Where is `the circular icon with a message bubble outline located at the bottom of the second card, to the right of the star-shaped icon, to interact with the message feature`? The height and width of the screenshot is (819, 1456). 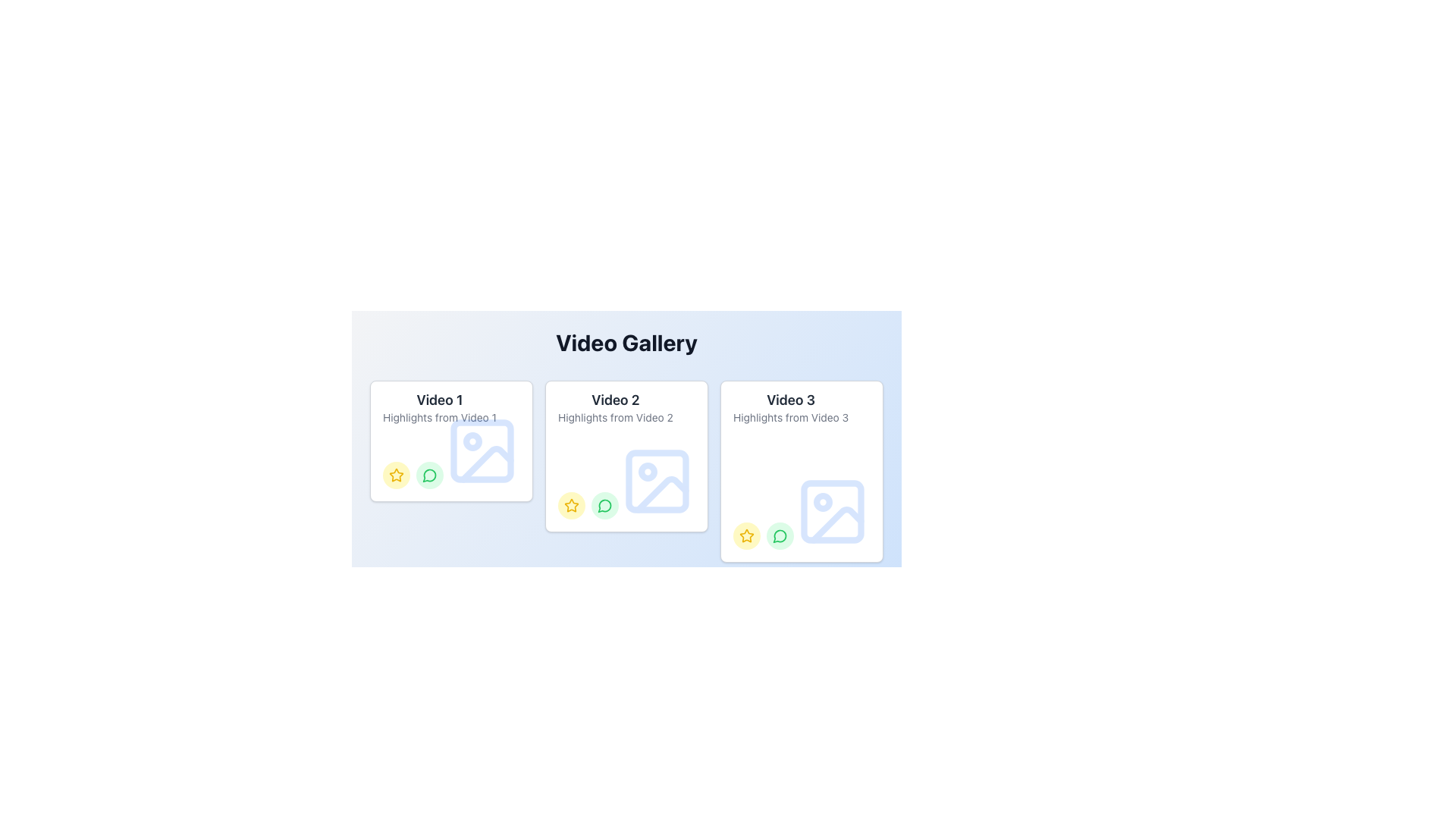 the circular icon with a message bubble outline located at the bottom of the second card, to the right of the star-shaped icon, to interact with the message feature is located at coordinates (604, 506).